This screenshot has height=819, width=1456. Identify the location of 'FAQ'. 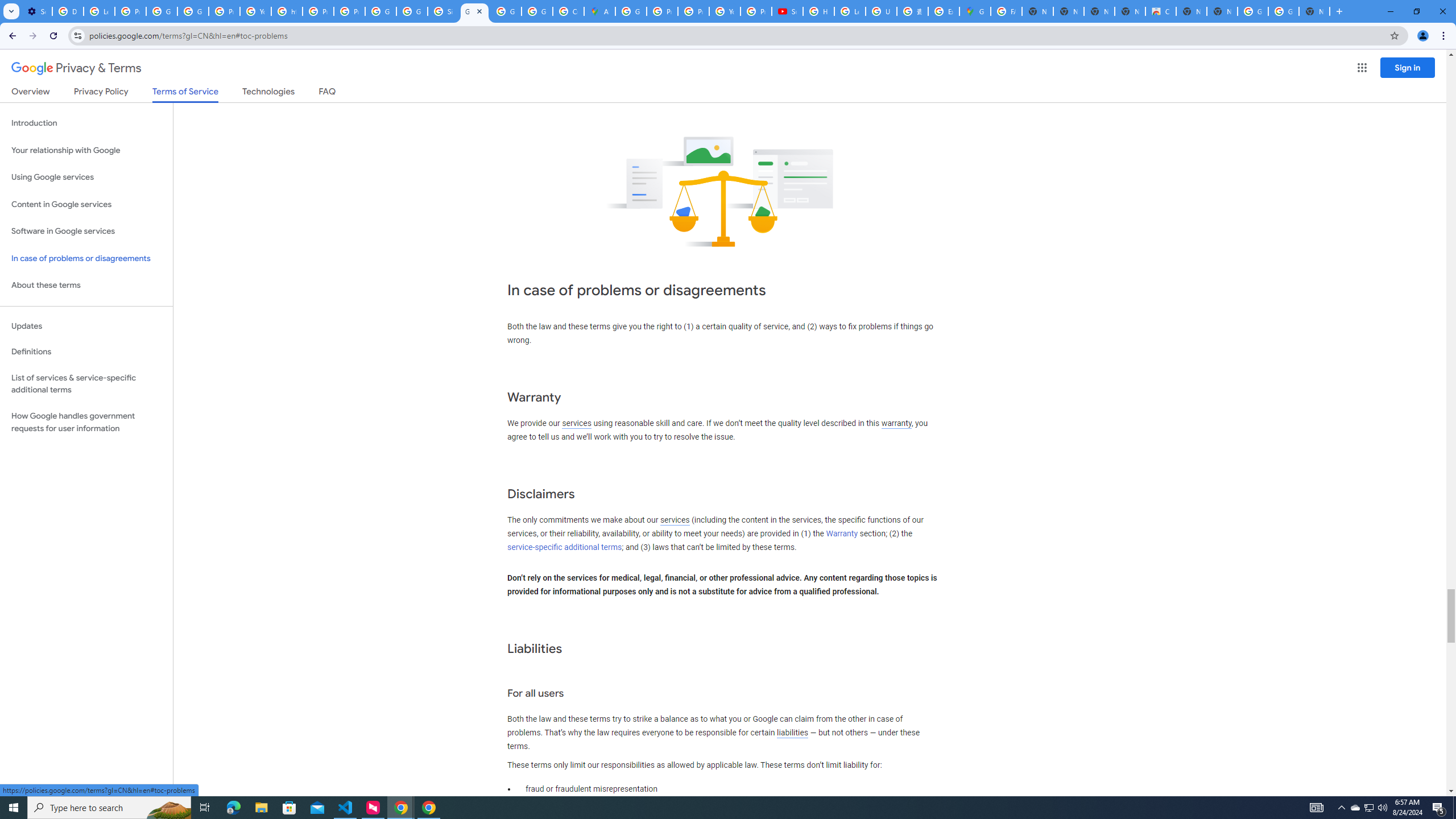
(327, 93).